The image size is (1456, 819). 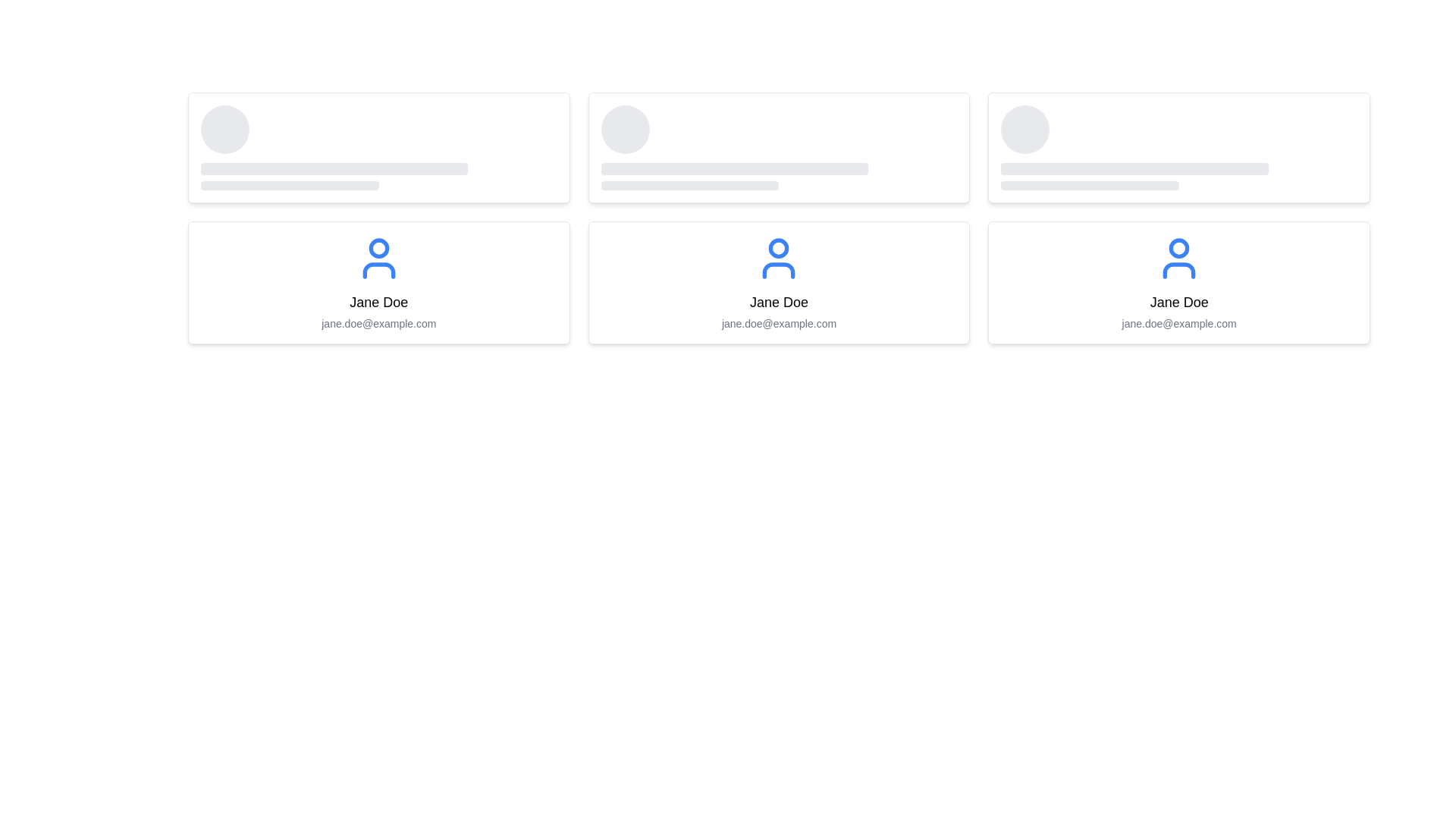 What do you see at coordinates (779, 247) in the screenshot?
I see `the small circular shape styled as an outline drawing in the SVG image, which represents a user profile and is located above the text 'Jane Doe' and the email address` at bounding box center [779, 247].